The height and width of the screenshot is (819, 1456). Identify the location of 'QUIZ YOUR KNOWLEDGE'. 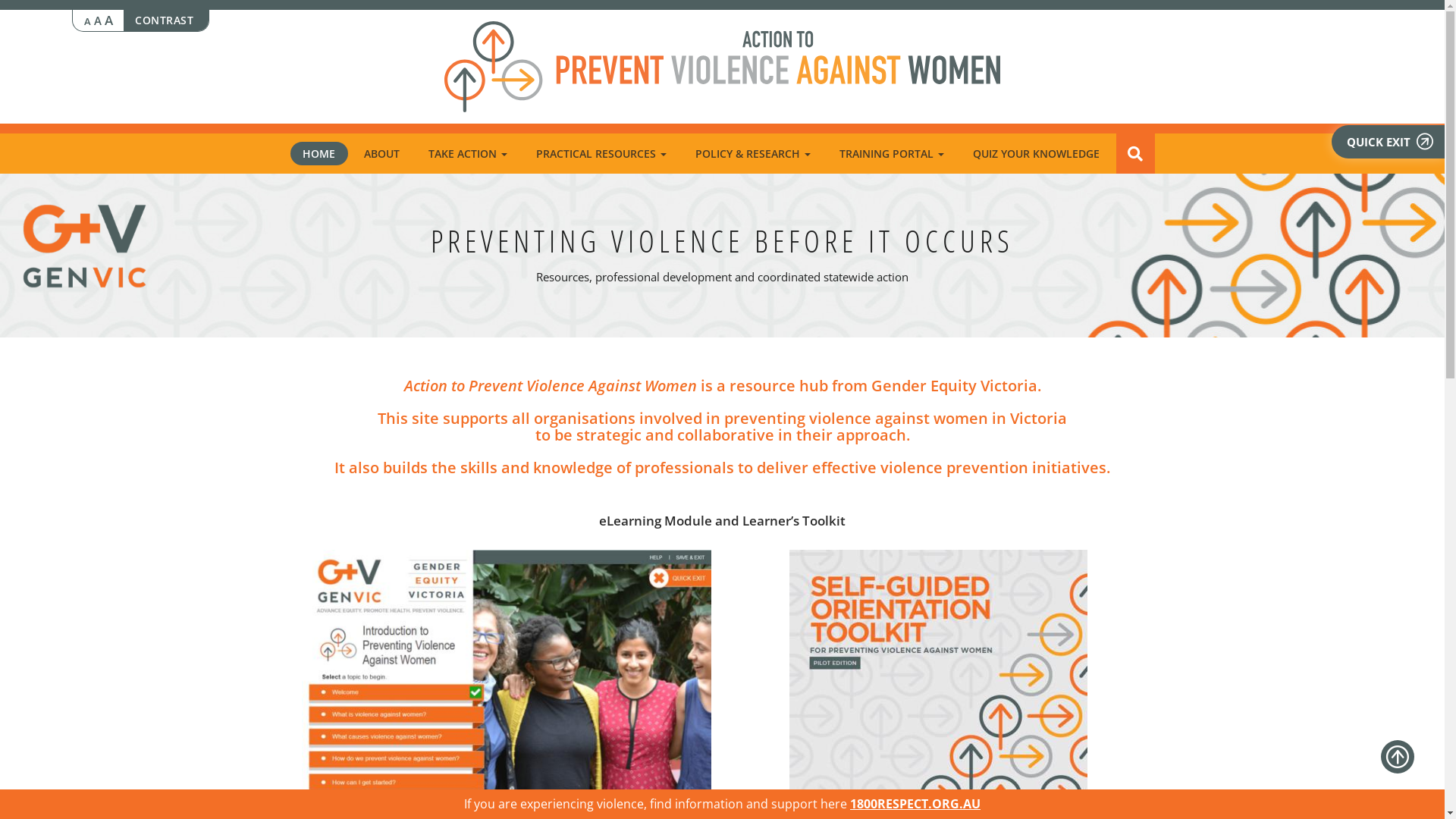
(1035, 153).